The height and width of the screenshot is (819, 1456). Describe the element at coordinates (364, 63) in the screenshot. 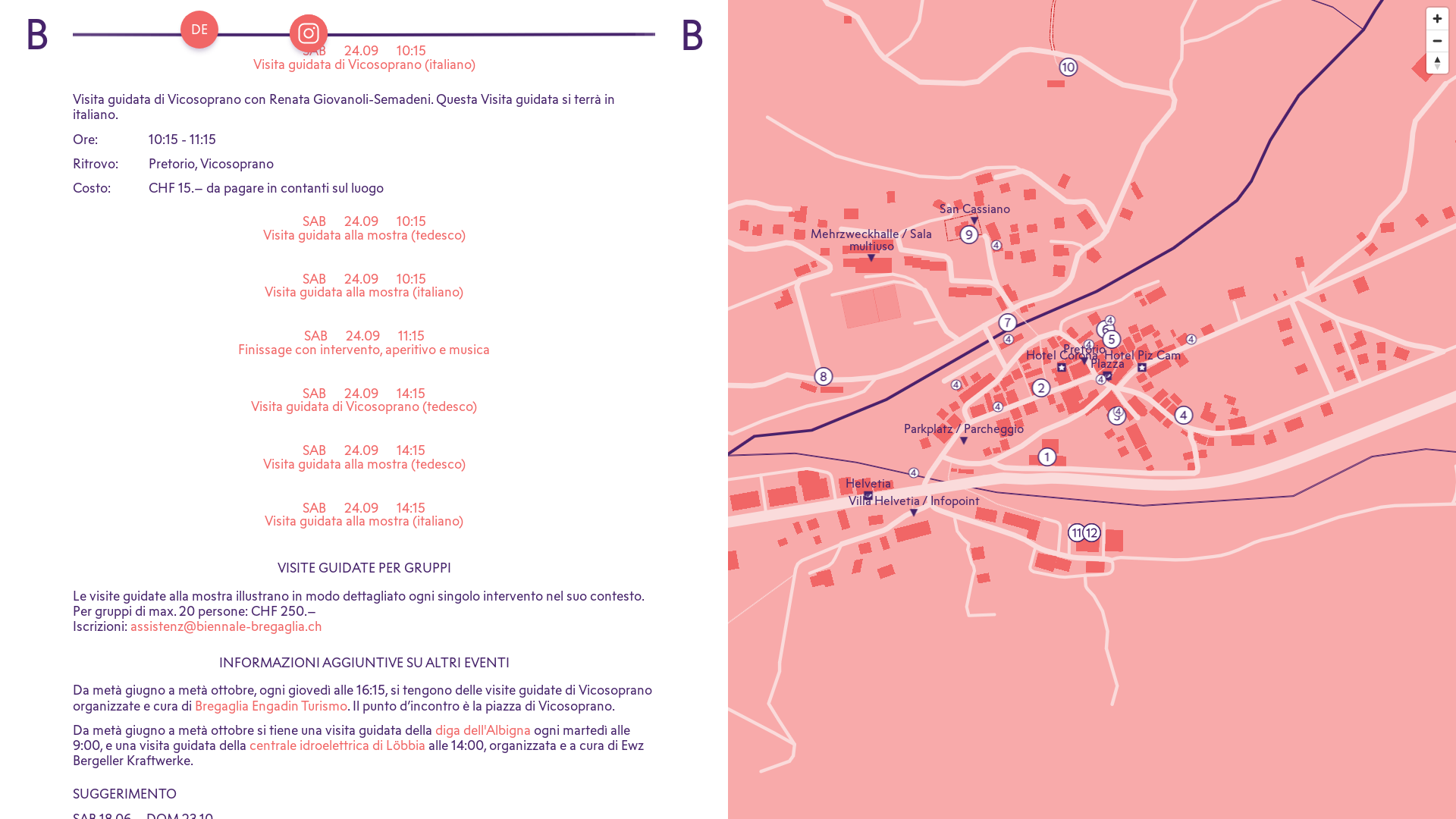

I see `'SAB24.0910:15` at that location.